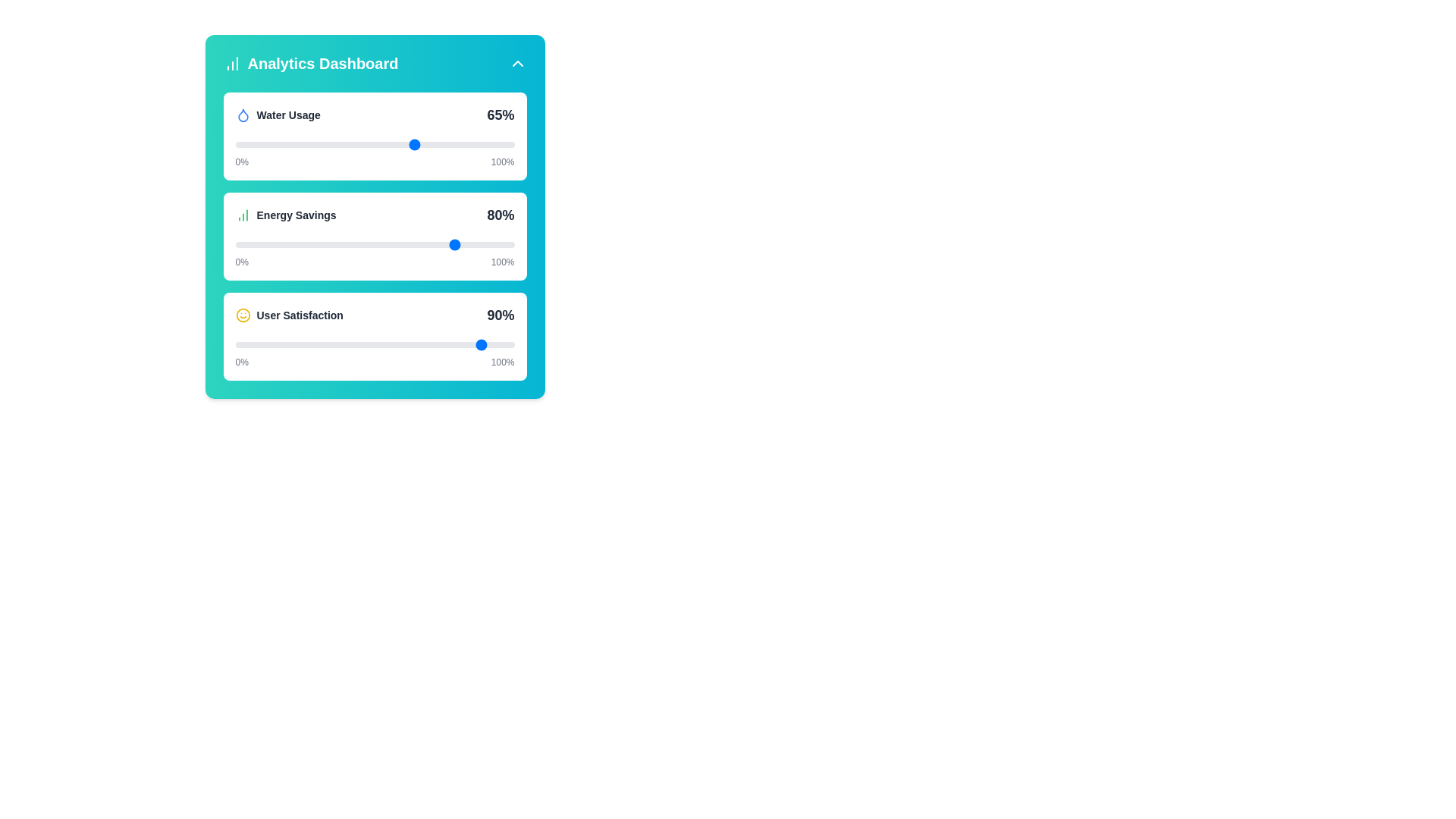 This screenshot has width=1456, height=819. I want to click on the Text label displaying '90%' in a bold, large font, which signifies importance and is aligned with the label 'User Satisfaction' on its left, so click(500, 315).